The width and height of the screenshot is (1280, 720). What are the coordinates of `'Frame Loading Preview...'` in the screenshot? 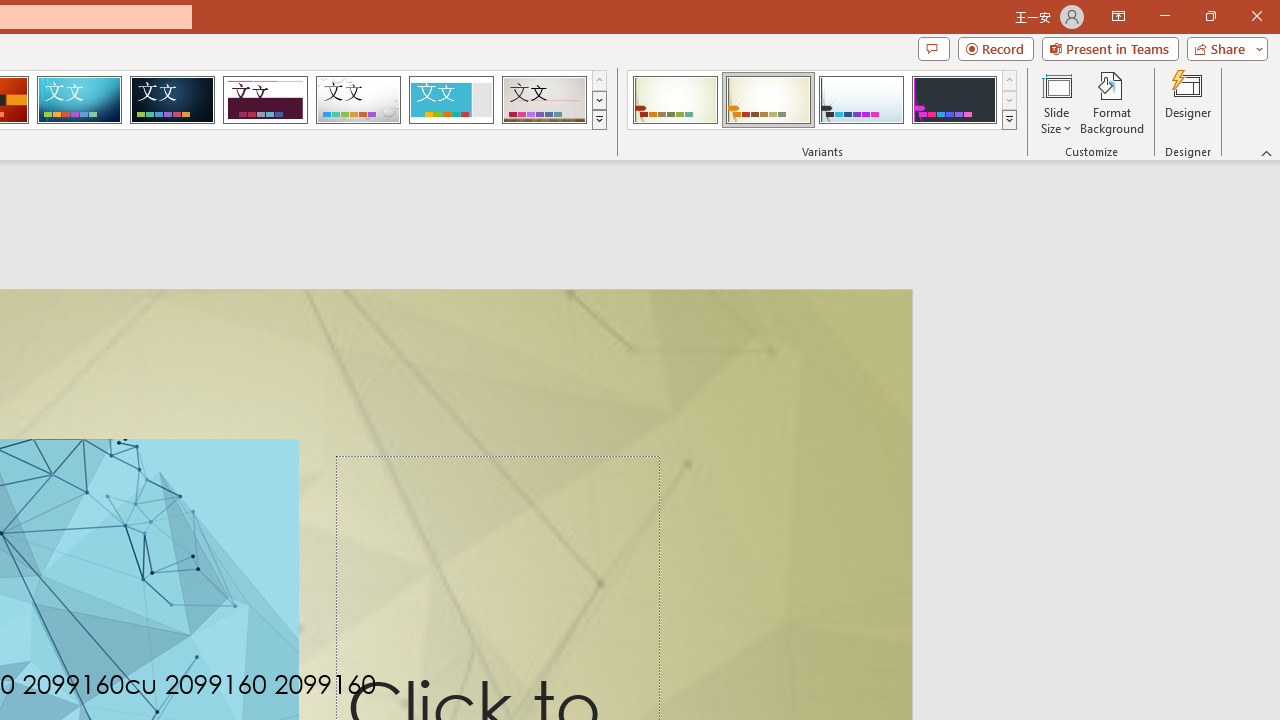 It's located at (450, 100).